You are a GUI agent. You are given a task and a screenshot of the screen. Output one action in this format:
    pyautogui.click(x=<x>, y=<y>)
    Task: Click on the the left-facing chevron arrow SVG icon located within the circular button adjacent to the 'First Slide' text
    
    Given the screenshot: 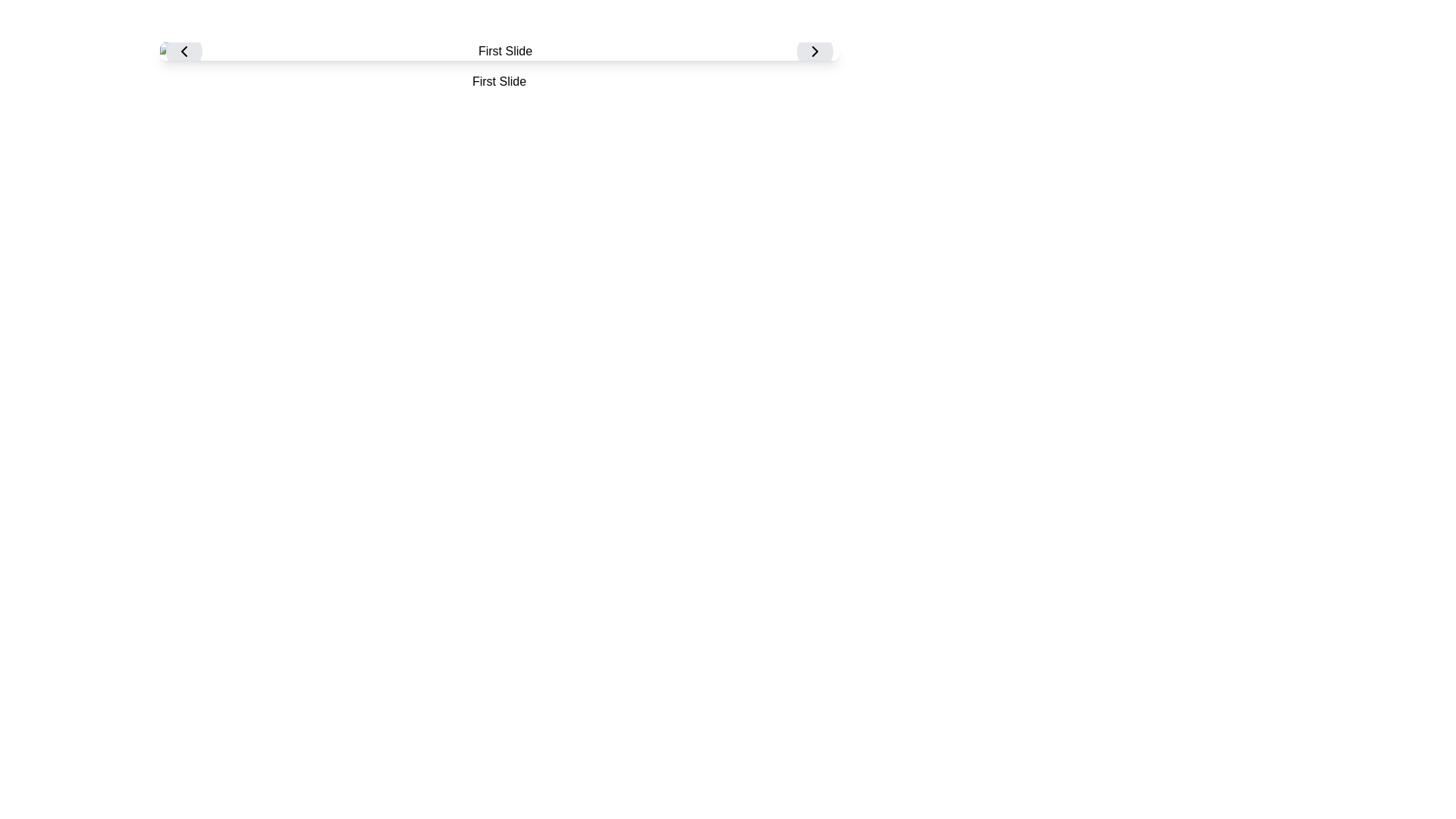 What is the action you would take?
    pyautogui.click(x=183, y=51)
    